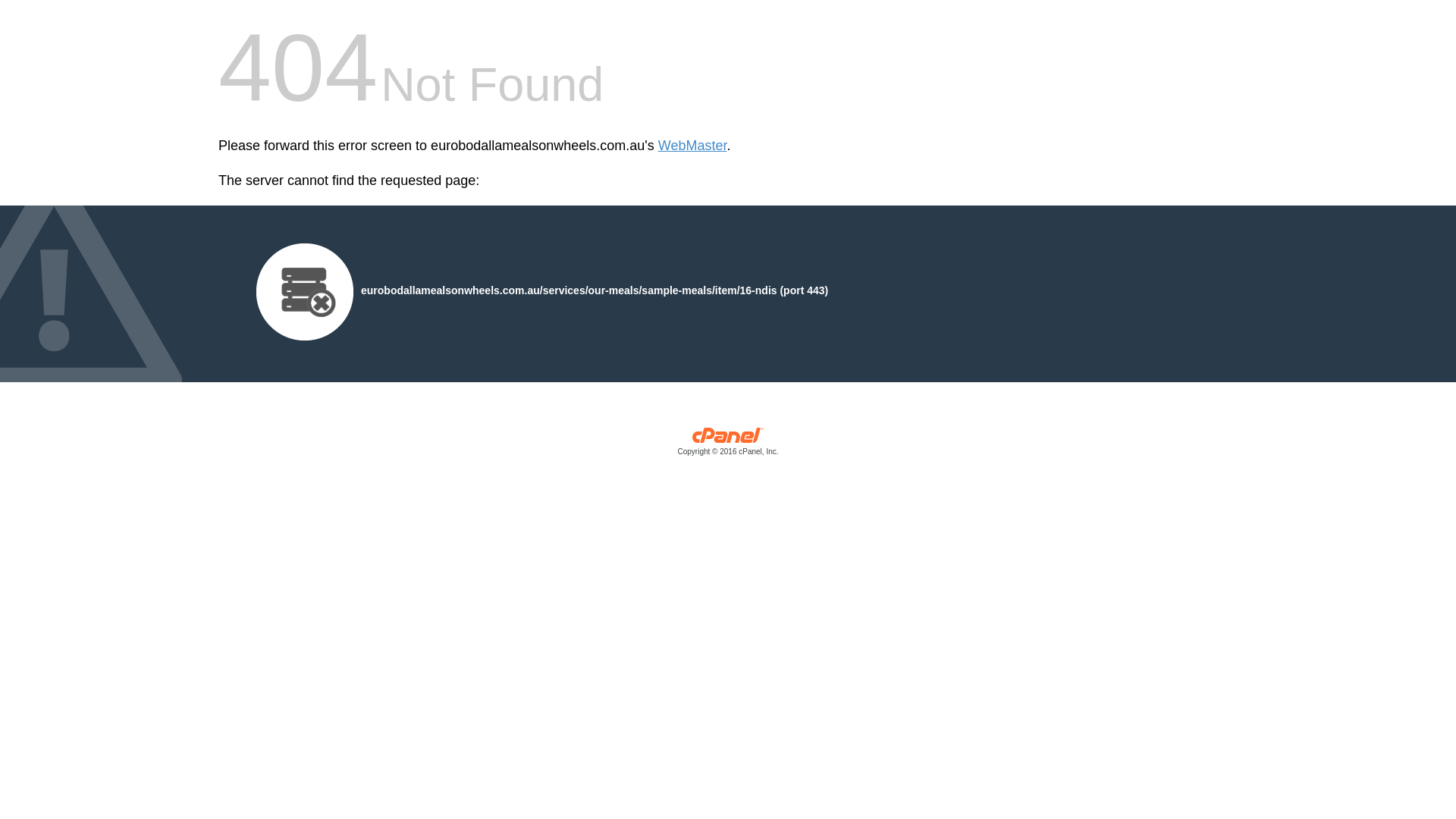 This screenshot has height=819, width=1456. Describe the element at coordinates (692, 146) in the screenshot. I see `'WebMaster'` at that location.